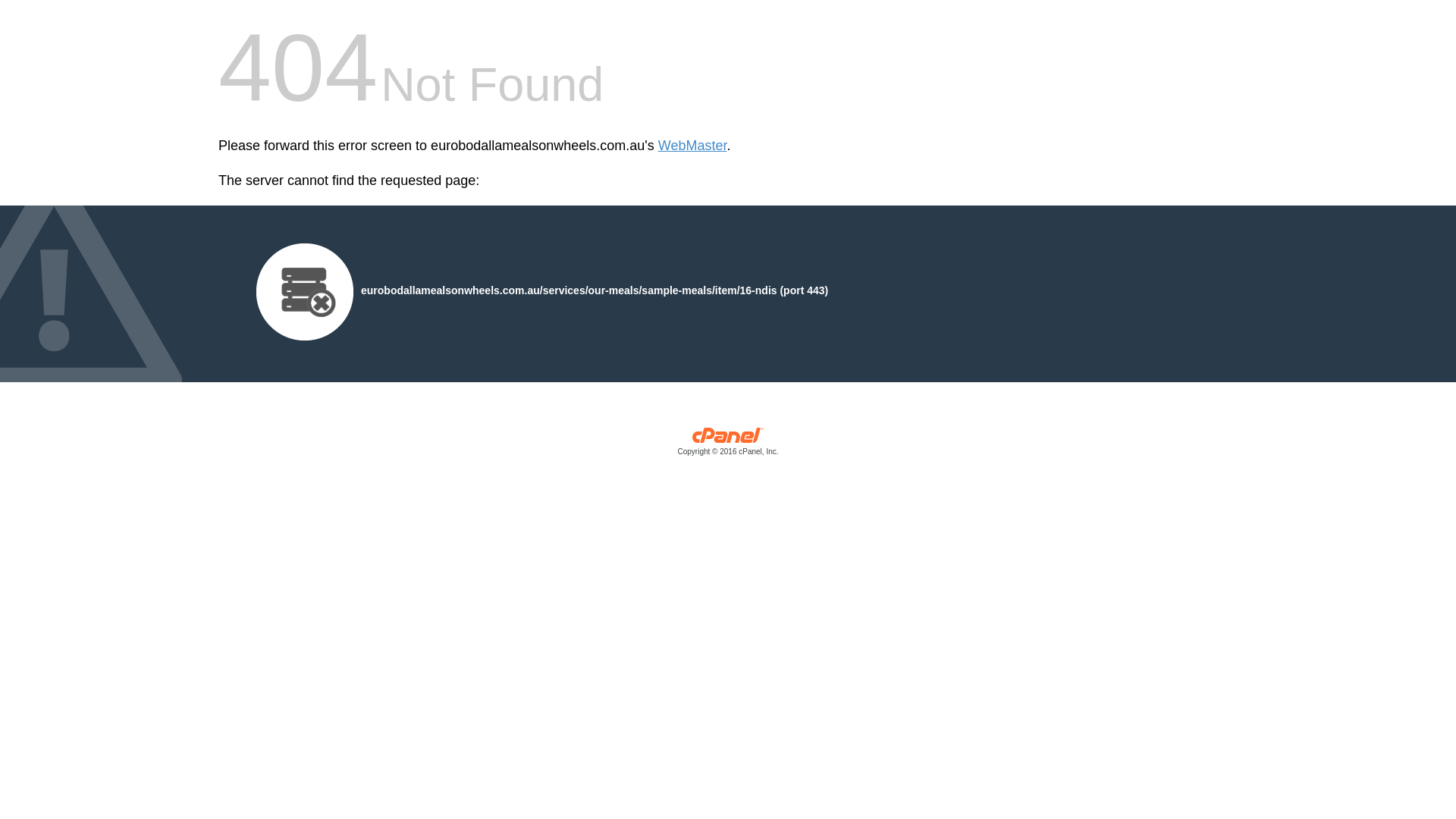 This screenshot has height=819, width=1456. Describe the element at coordinates (692, 146) in the screenshot. I see `'WebMaster'` at that location.